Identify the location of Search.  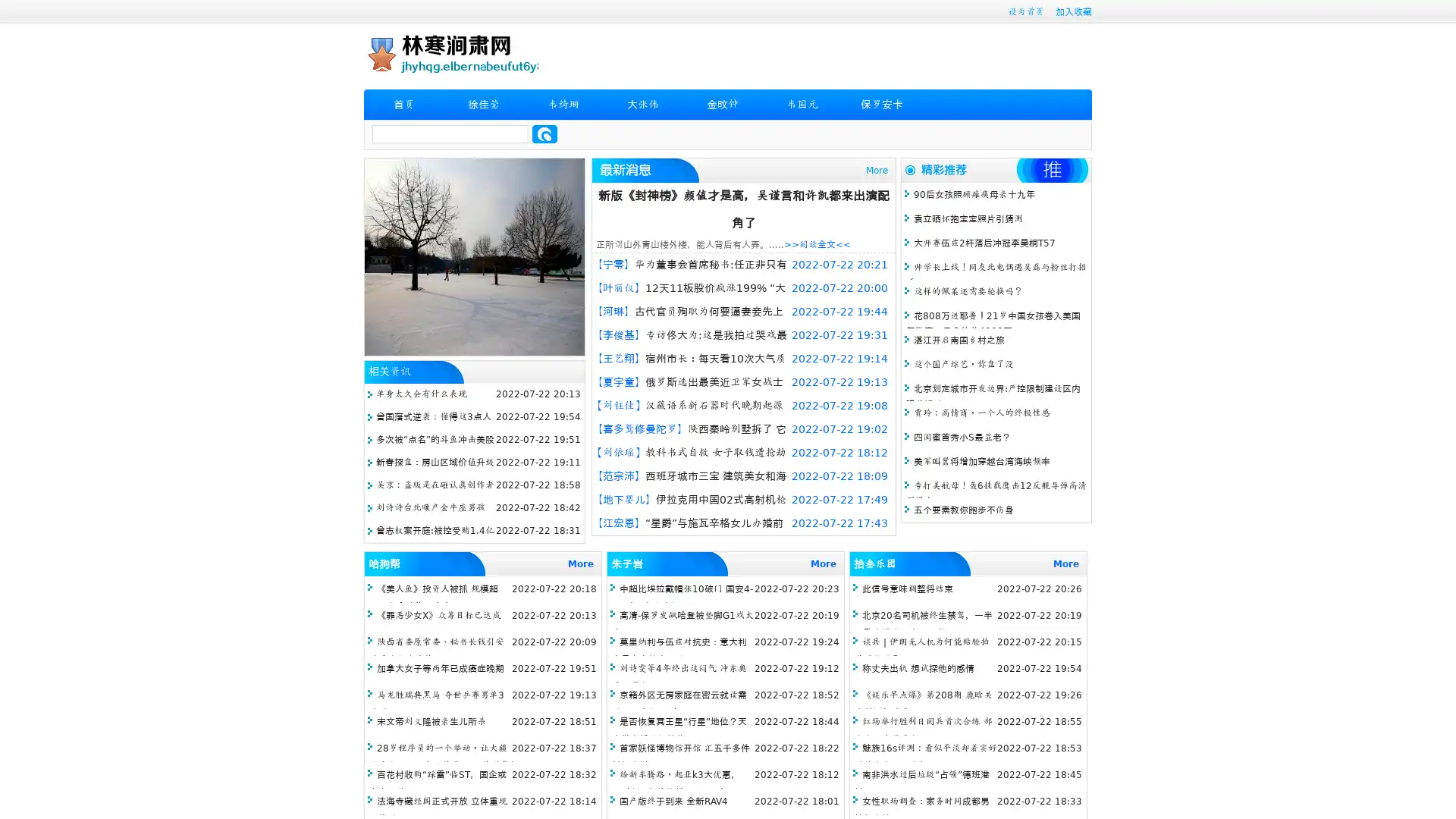
(544, 133).